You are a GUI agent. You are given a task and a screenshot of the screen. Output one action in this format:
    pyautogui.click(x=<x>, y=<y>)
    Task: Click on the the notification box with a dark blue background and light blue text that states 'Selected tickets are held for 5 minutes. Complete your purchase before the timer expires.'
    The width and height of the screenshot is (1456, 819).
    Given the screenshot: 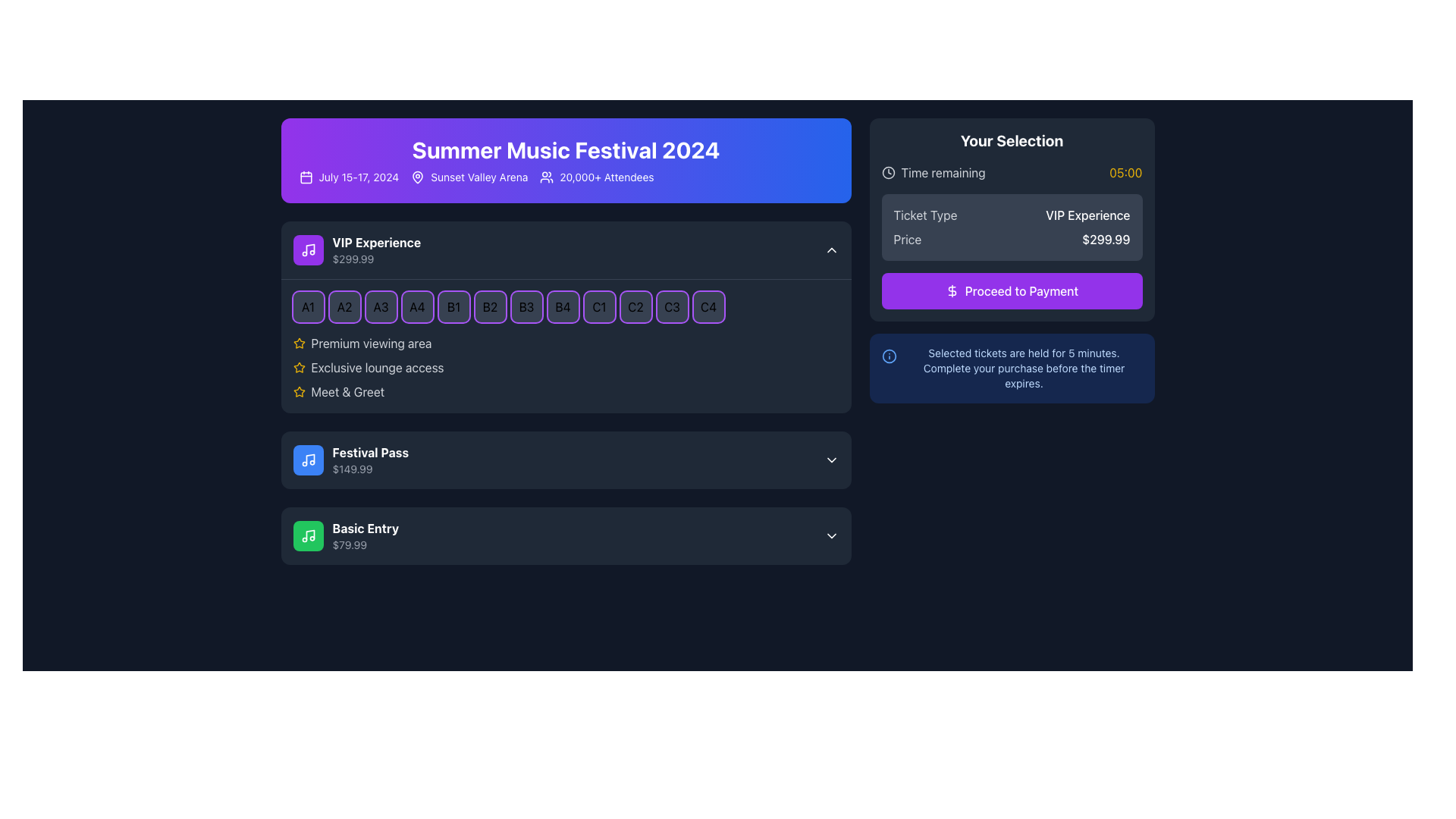 What is the action you would take?
    pyautogui.click(x=1012, y=369)
    